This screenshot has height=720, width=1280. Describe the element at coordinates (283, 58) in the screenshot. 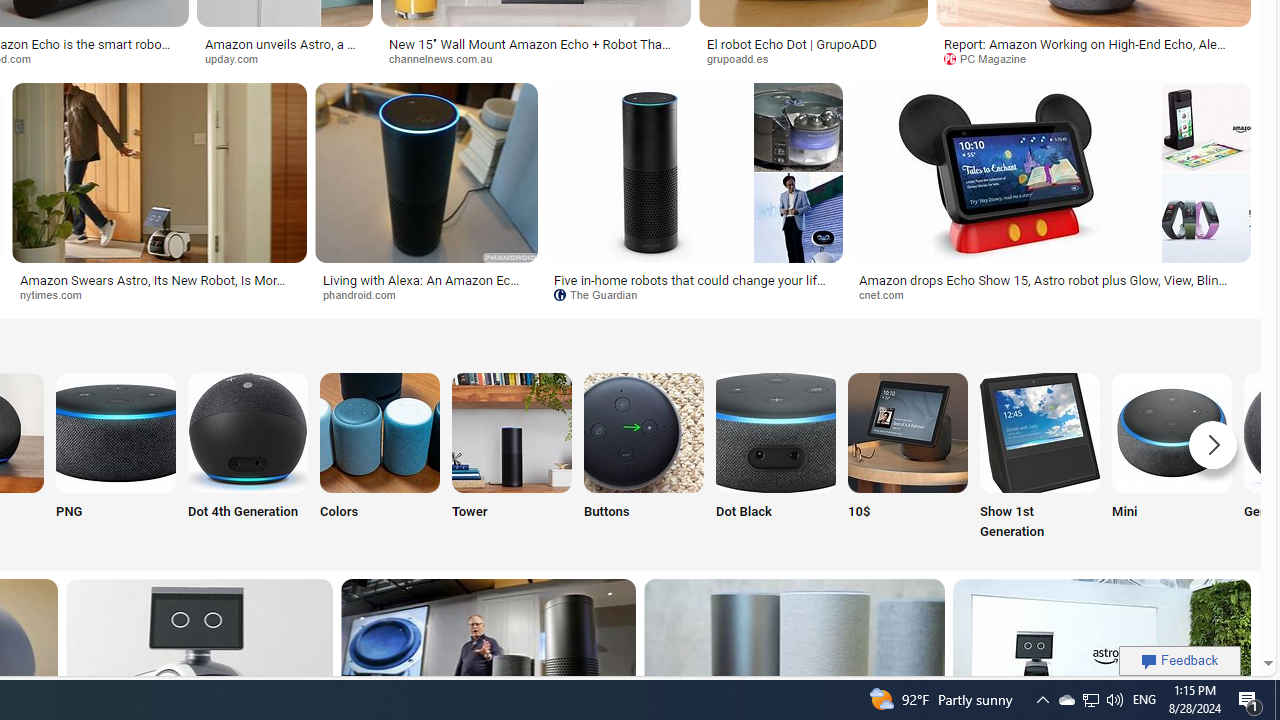

I see `'upday.com'` at that location.